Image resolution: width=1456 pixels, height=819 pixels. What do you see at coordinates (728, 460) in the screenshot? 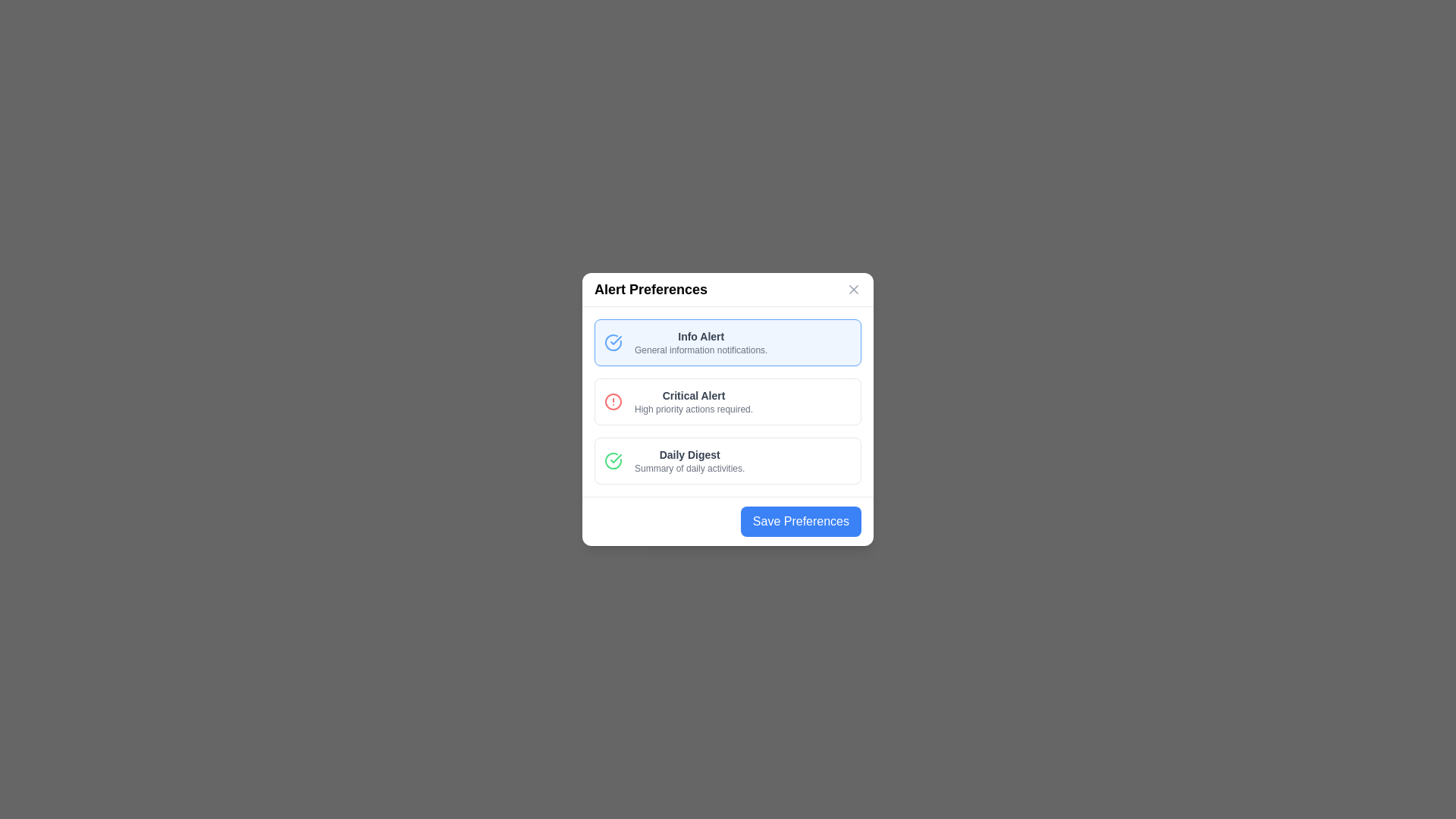
I see `the alert option Daily Digest from the list` at bounding box center [728, 460].